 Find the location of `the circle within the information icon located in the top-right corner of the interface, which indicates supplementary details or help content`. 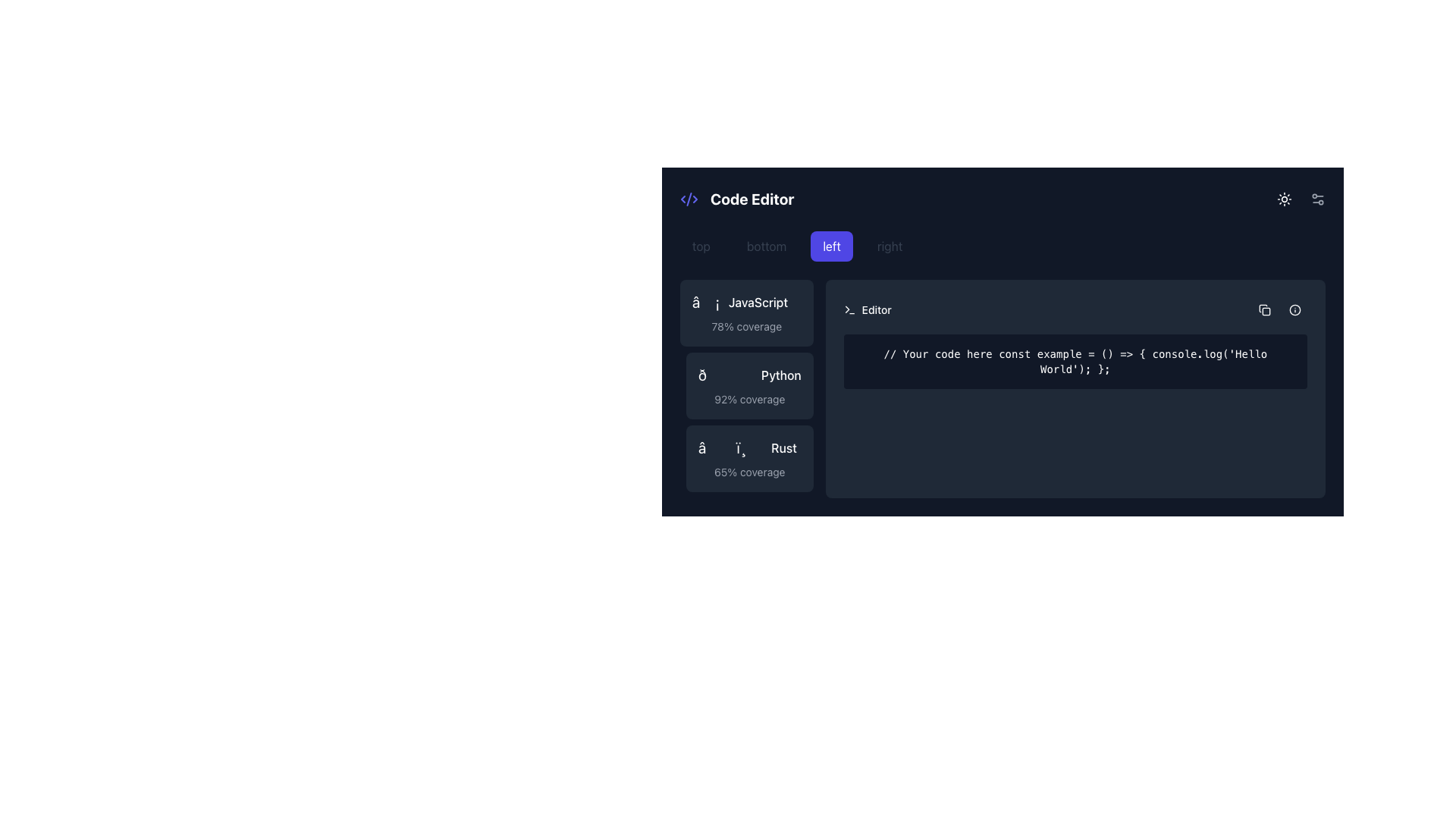

the circle within the information icon located in the top-right corner of the interface, which indicates supplementary details or help content is located at coordinates (1294, 309).